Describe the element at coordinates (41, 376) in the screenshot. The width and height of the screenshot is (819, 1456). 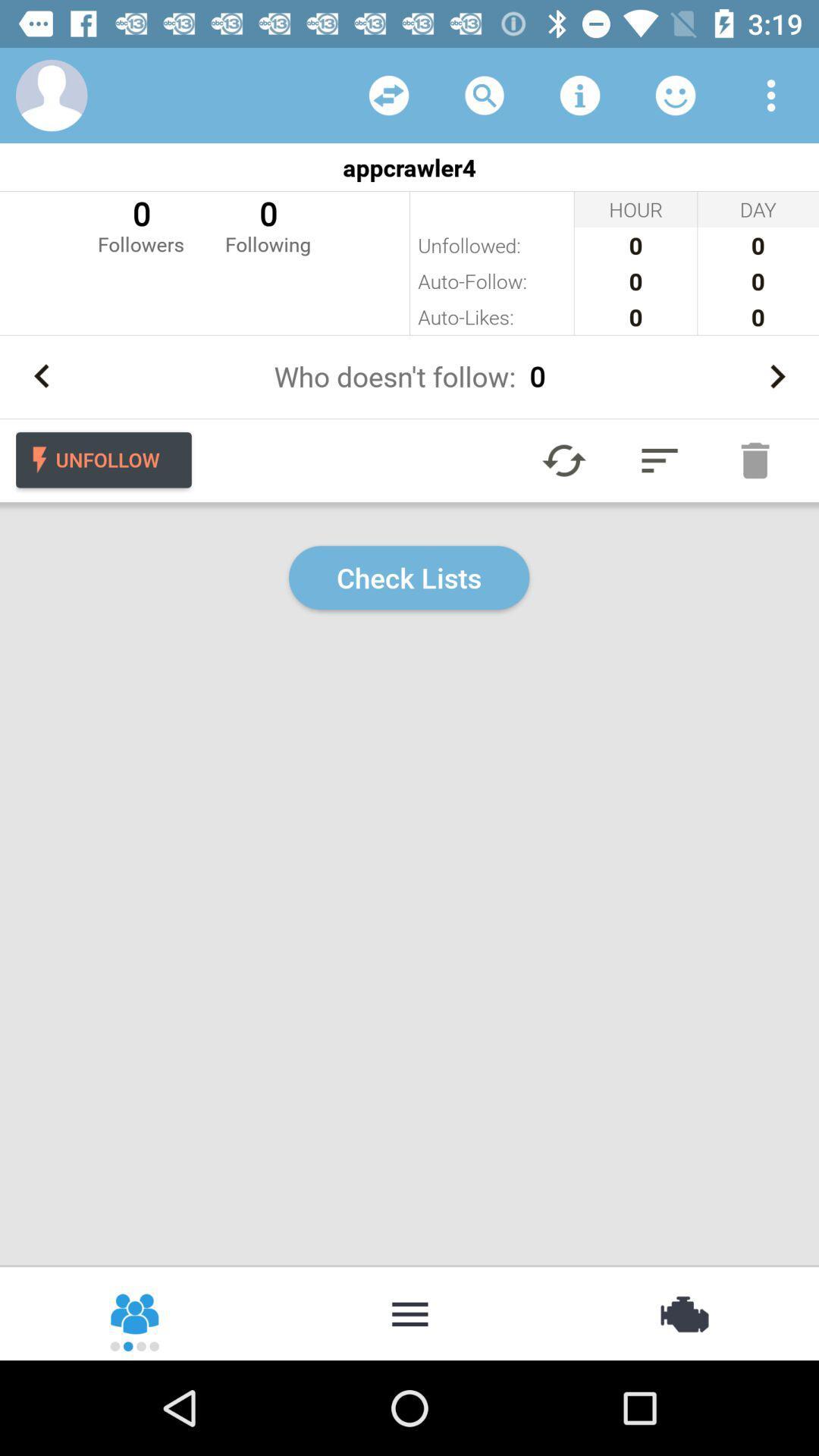
I see `the arrow_backward icon` at that location.